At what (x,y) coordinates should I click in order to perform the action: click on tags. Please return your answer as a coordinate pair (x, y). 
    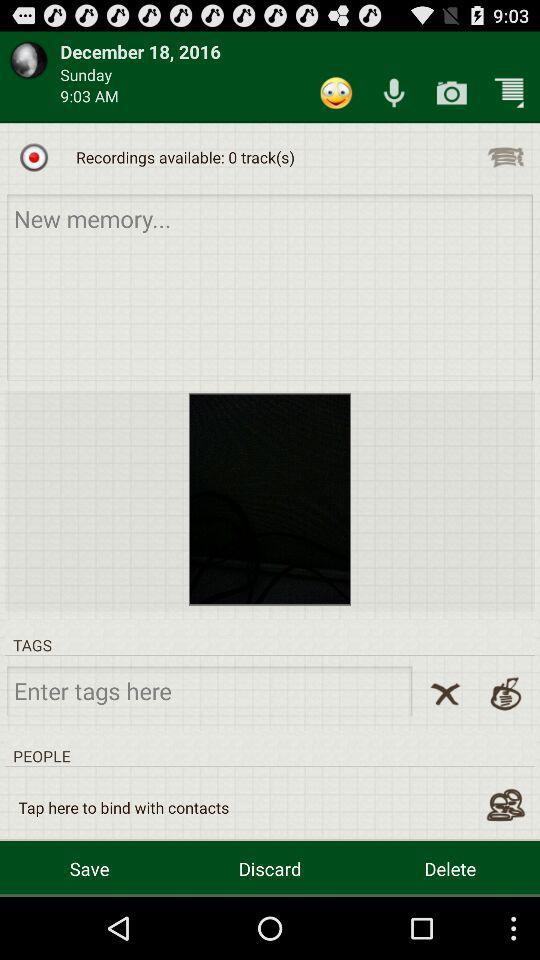
    Looking at the image, I should click on (208, 690).